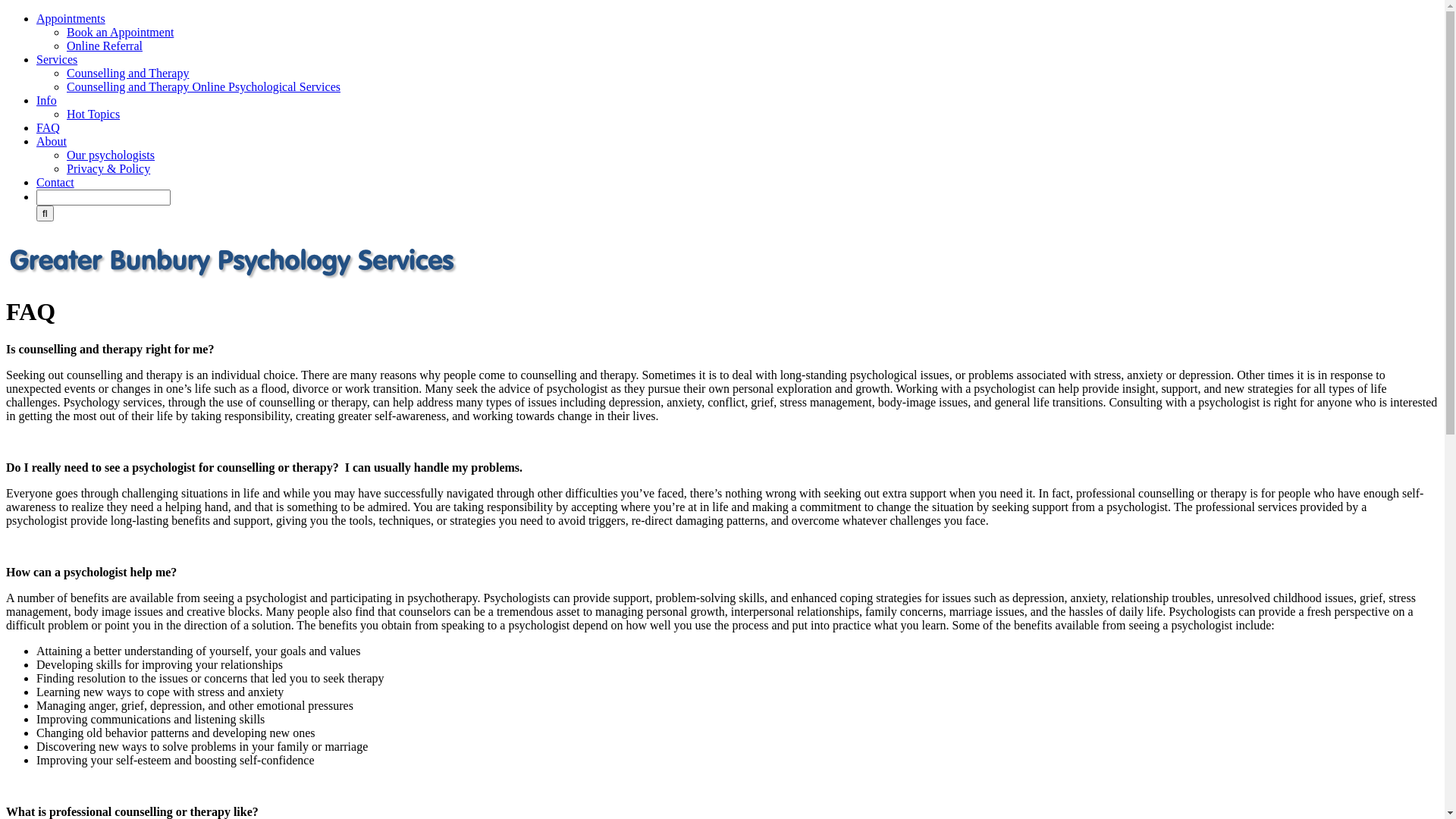 The image size is (1456, 819). What do you see at coordinates (57, 58) in the screenshot?
I see `'Services'` at bounding box center [57, 58].